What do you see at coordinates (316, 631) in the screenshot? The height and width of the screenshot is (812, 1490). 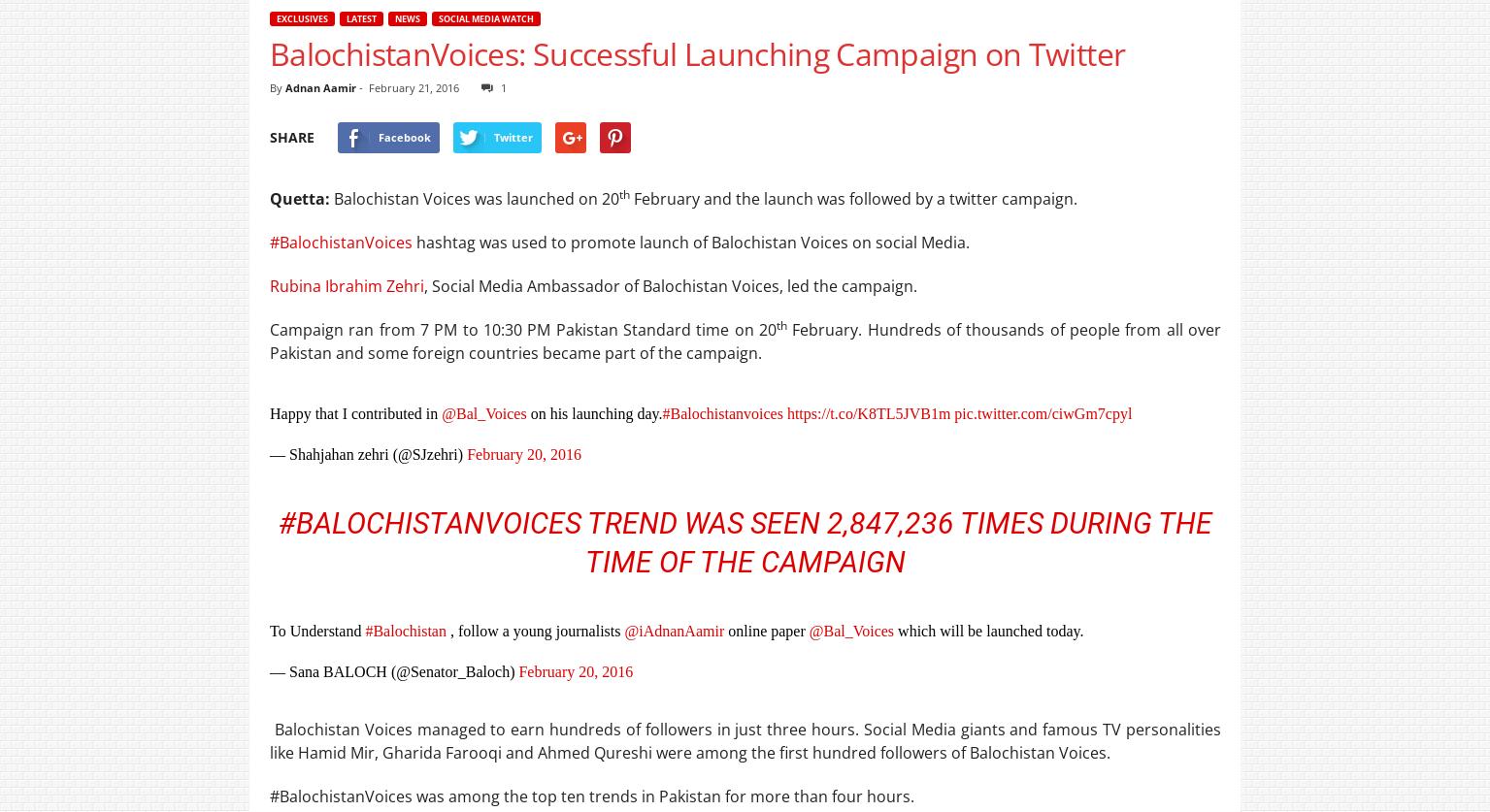 I see `'To Understand'` at bounding box center [316, 631].